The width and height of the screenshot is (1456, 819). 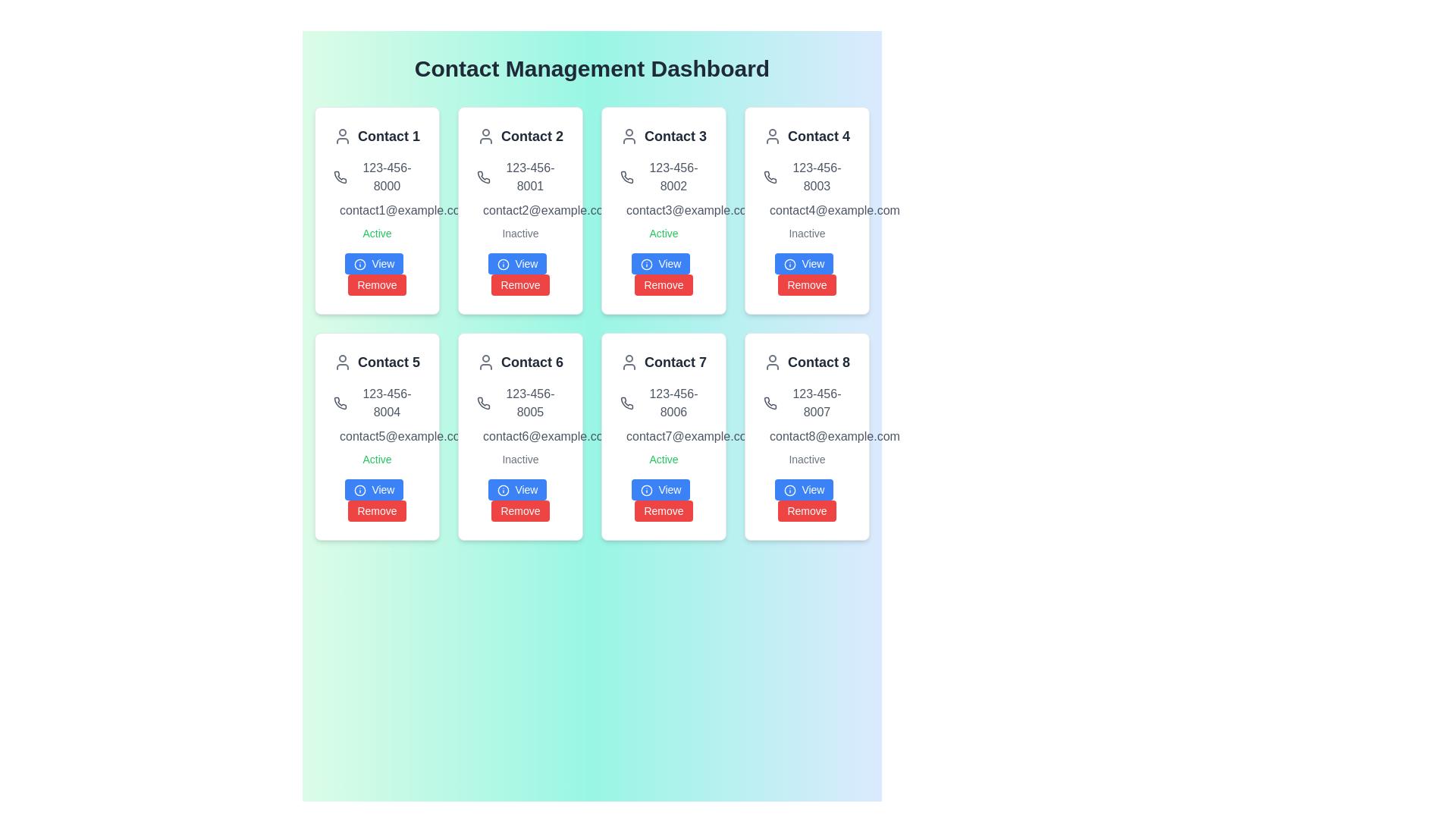 What do you see at coordinates (341, 362) in the screenshot?
I see `the vector graphic icon that represents the 'Contact 5' card located at the top left of the card in the contact management dashboard` at bounding box center [341, 362].